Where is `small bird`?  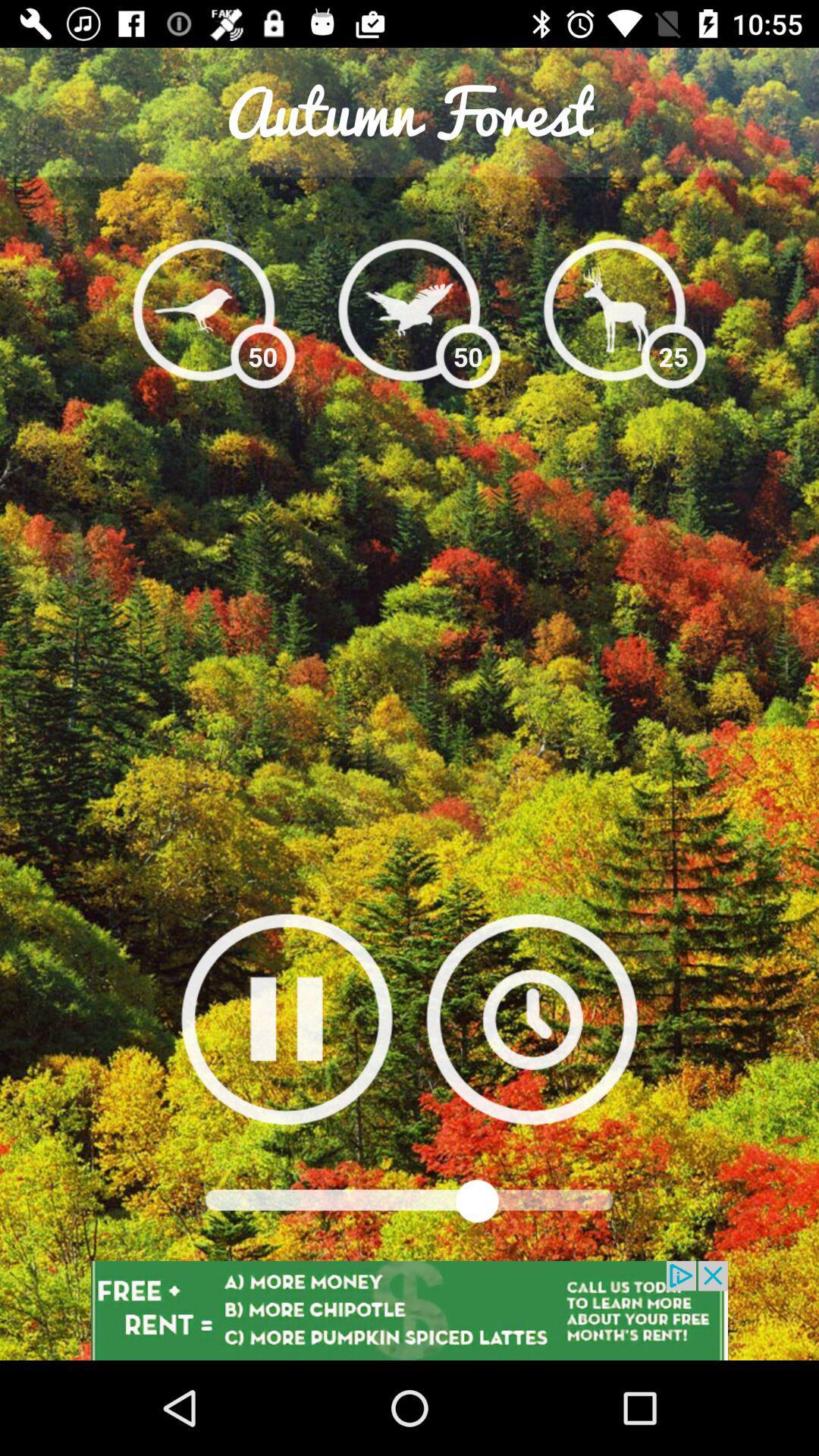
small bird is located at coordinates (202, 309).